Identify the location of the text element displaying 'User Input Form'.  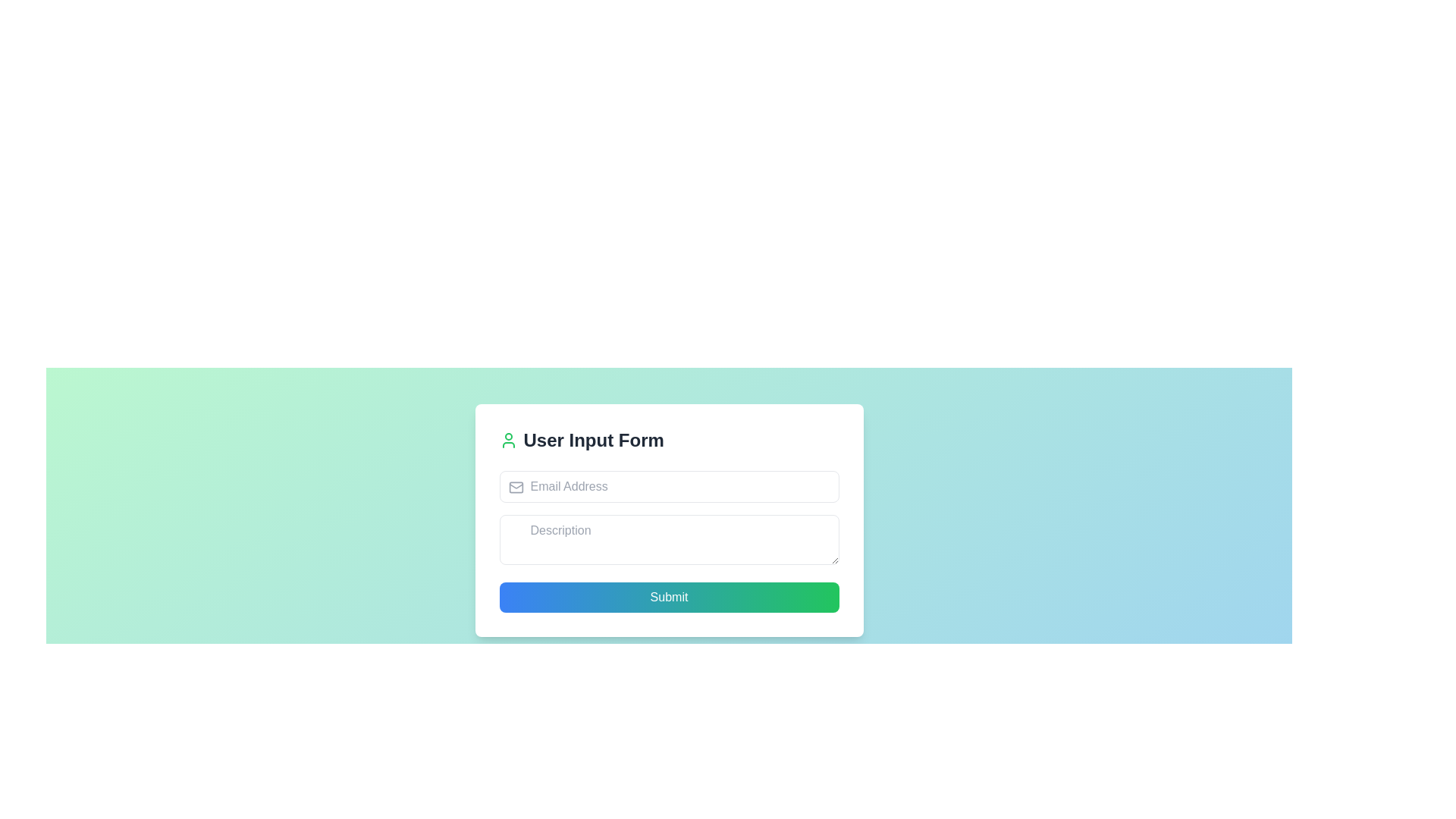
(593, 441).